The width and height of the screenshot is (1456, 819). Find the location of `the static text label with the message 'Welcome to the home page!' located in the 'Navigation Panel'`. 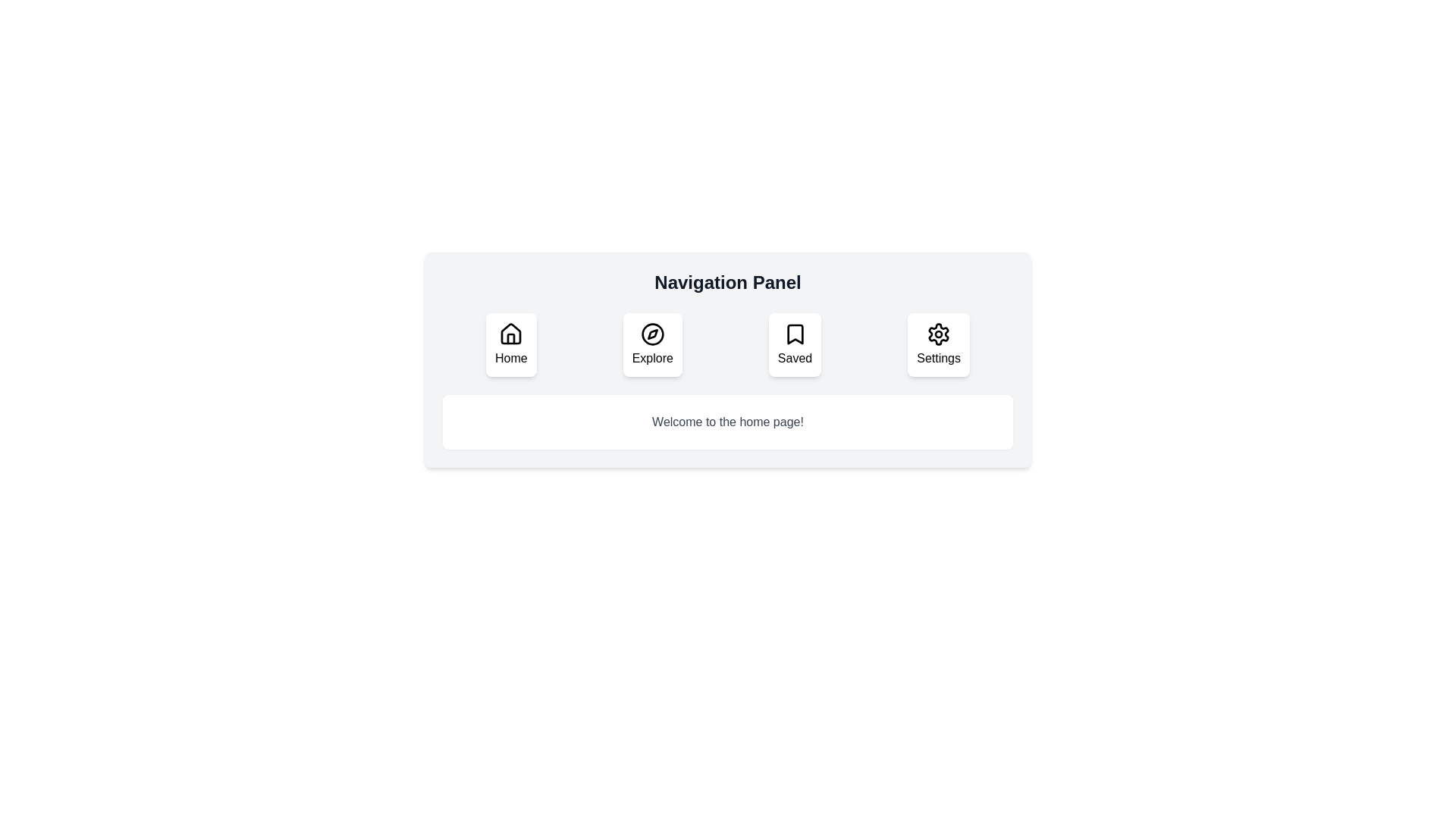

the static text label with the message 'Welcome to the home page!' located in the 'Navigation Panel' is located at coordinates (728, 422).